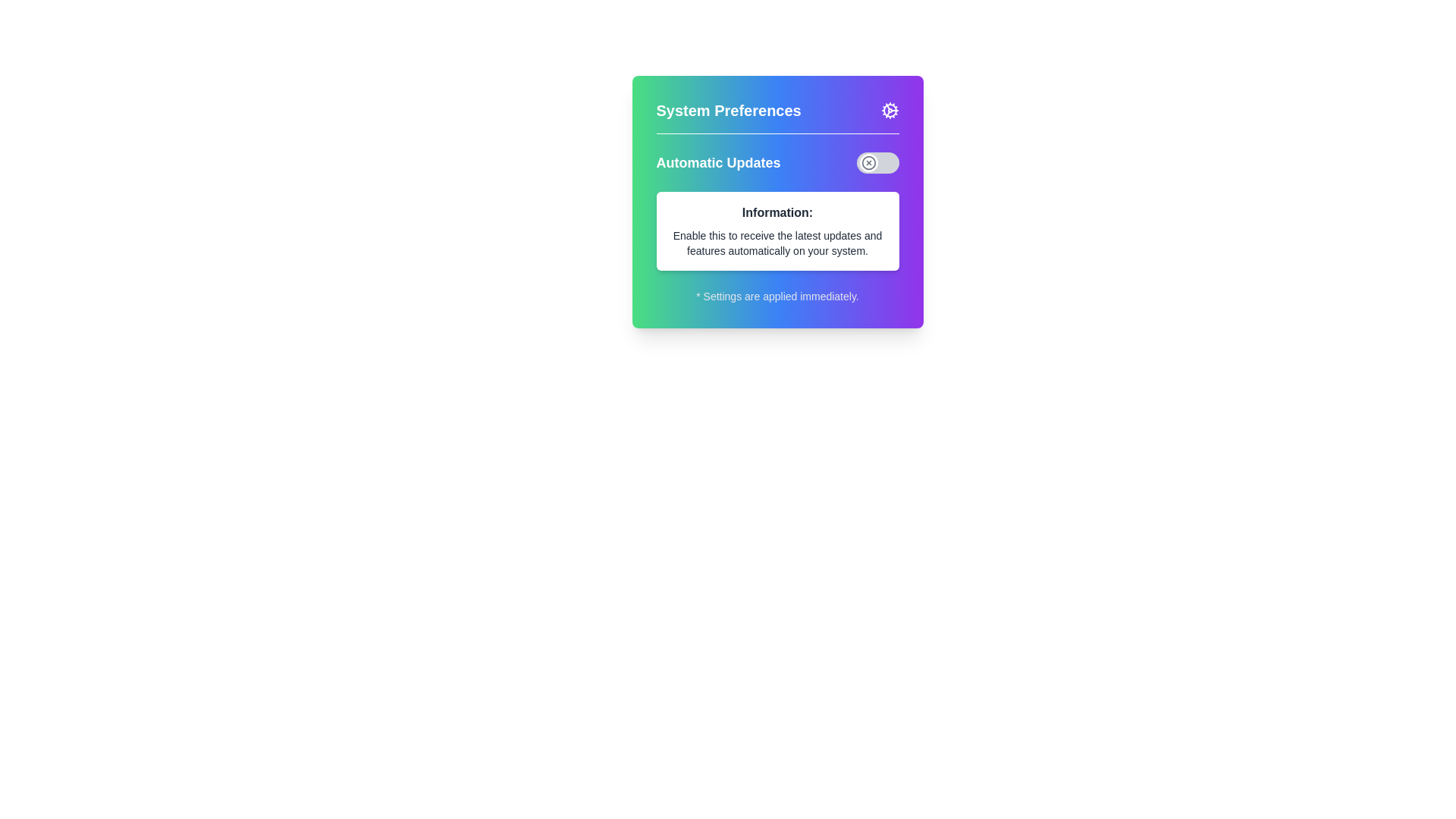 This screenshot has height=819, width=1456. What do you see at coordinates (777, 231) in the screenshot?
I see `the Informational text block that provides detailed information about enabling automatic updates, located below the 'Automatic Updates' label and toggle switch` at bounding box center [777, 231].